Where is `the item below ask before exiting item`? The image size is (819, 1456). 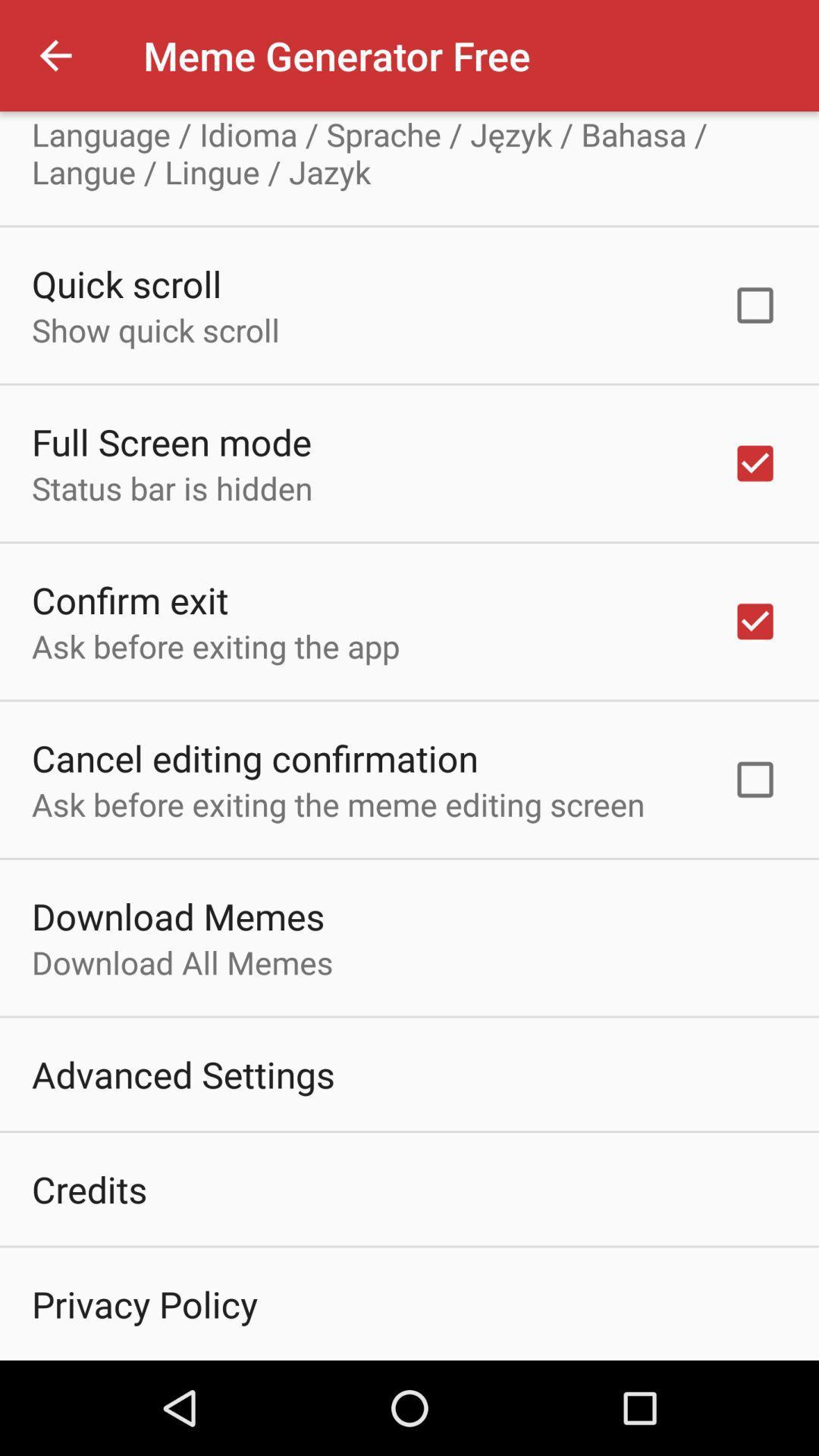 the item below ask before exiting item is located at coordinates (254, 758).